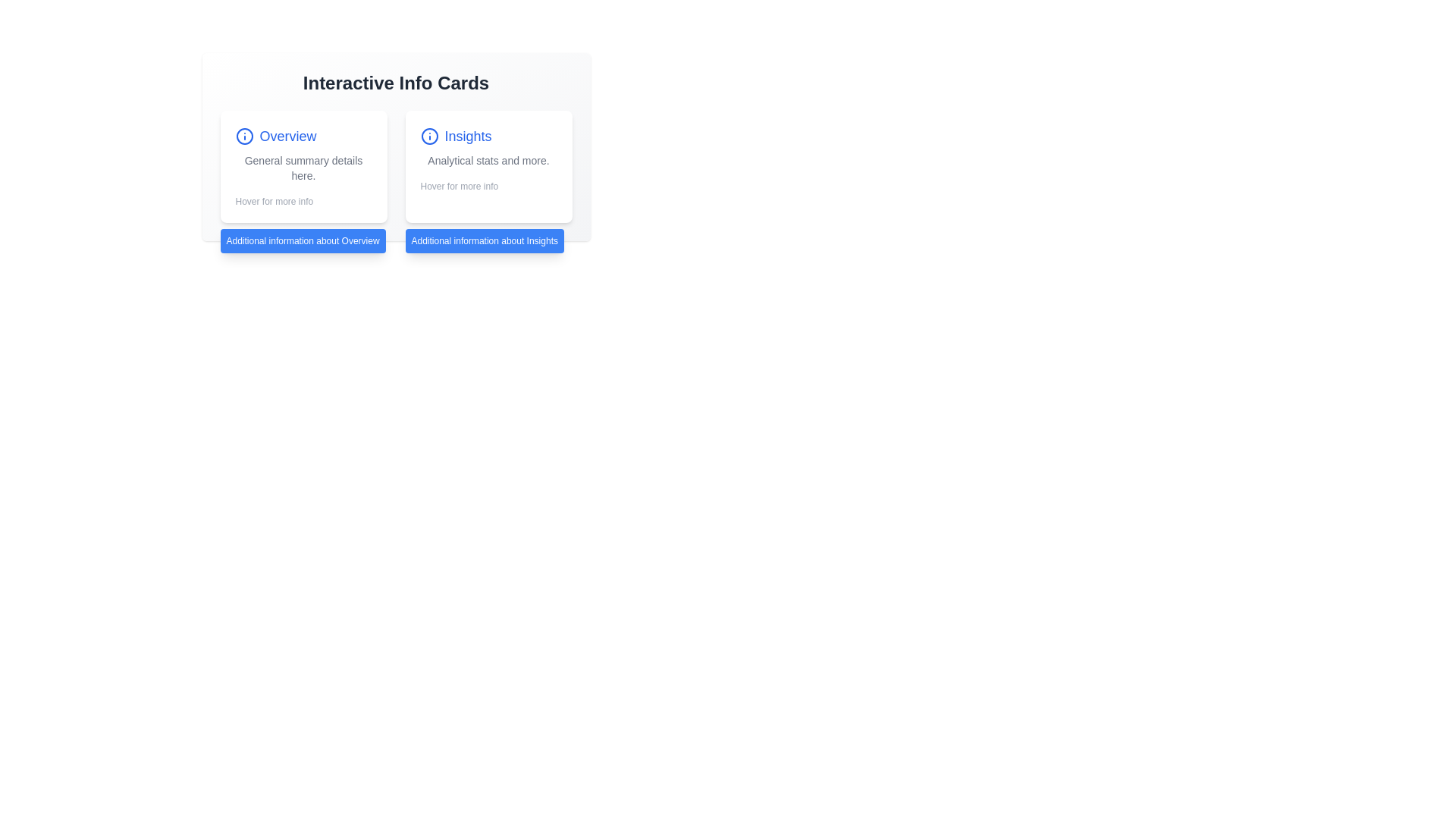  What do you see at coordinates (428, 136) in the screenshot?
I see `the central SVG Circle element representing the 'Insights' icon located in the top-left corner of the card` at bounding box center [428, 136].